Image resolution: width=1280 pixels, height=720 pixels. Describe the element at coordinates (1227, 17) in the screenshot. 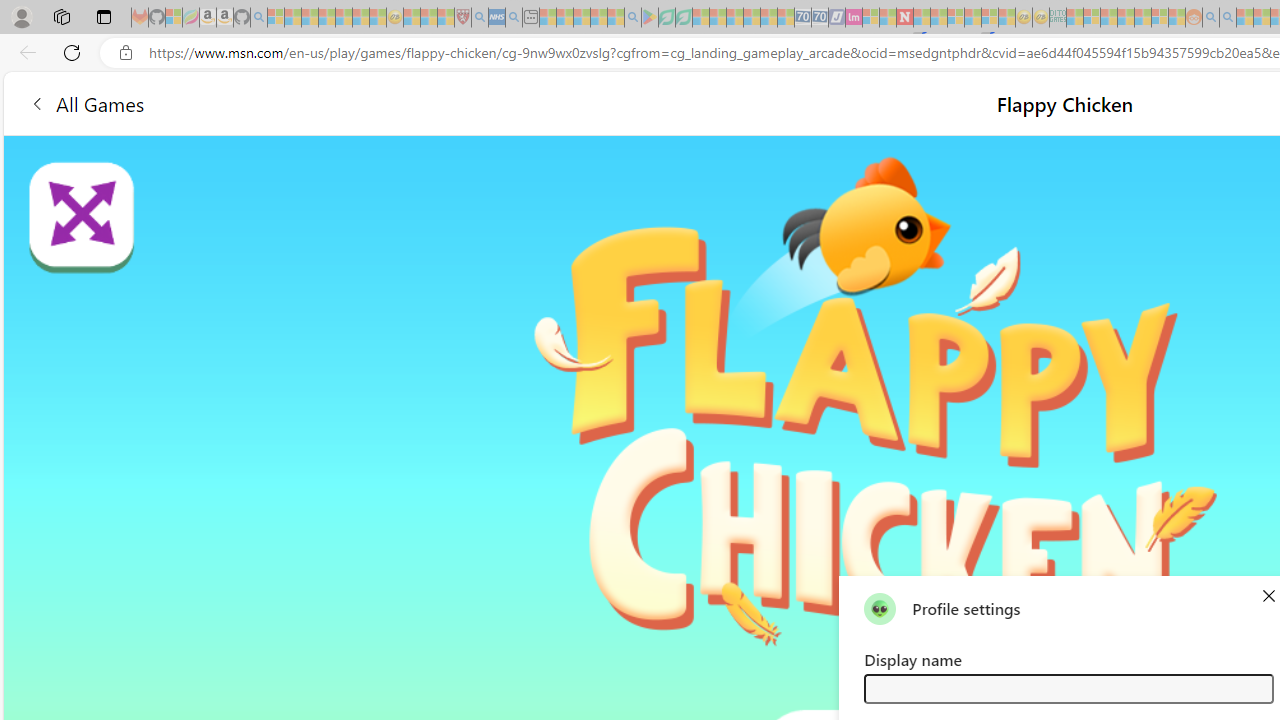

I see `'Utah sues federal government - Search - Sleeping'` at that location.